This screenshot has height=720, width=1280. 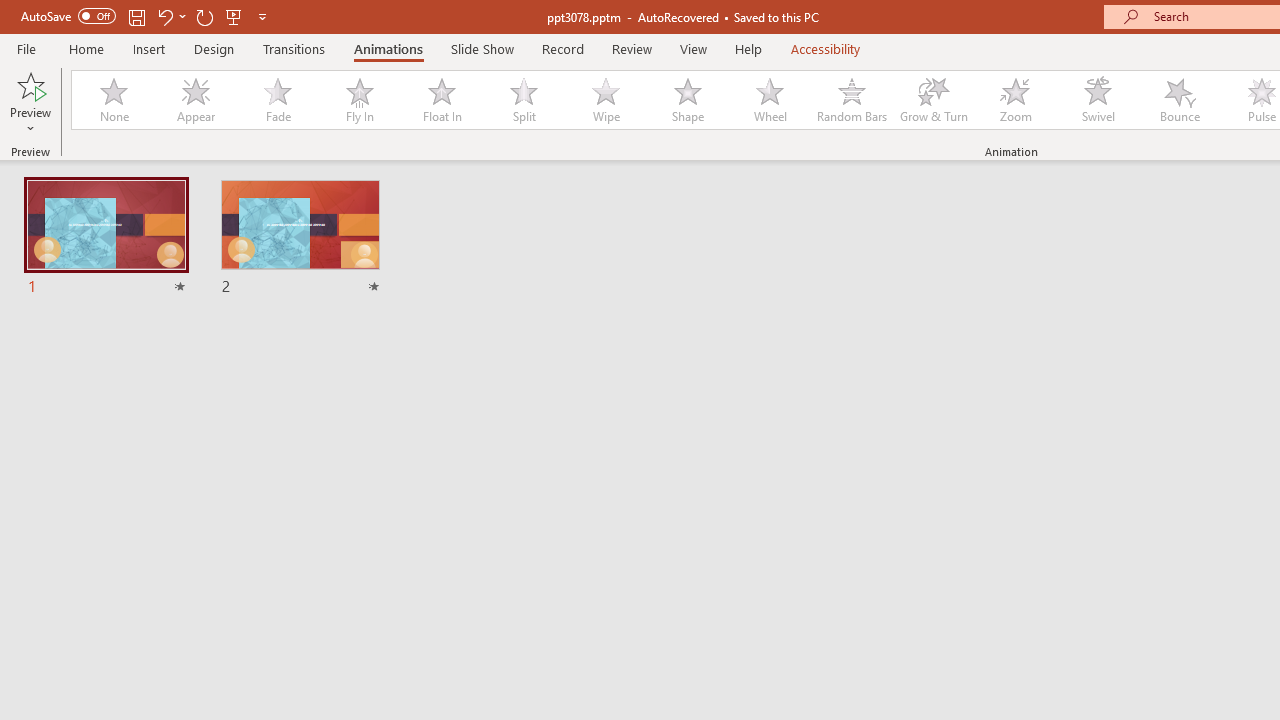 I want to click on 'None', so click(x=112, y=100).